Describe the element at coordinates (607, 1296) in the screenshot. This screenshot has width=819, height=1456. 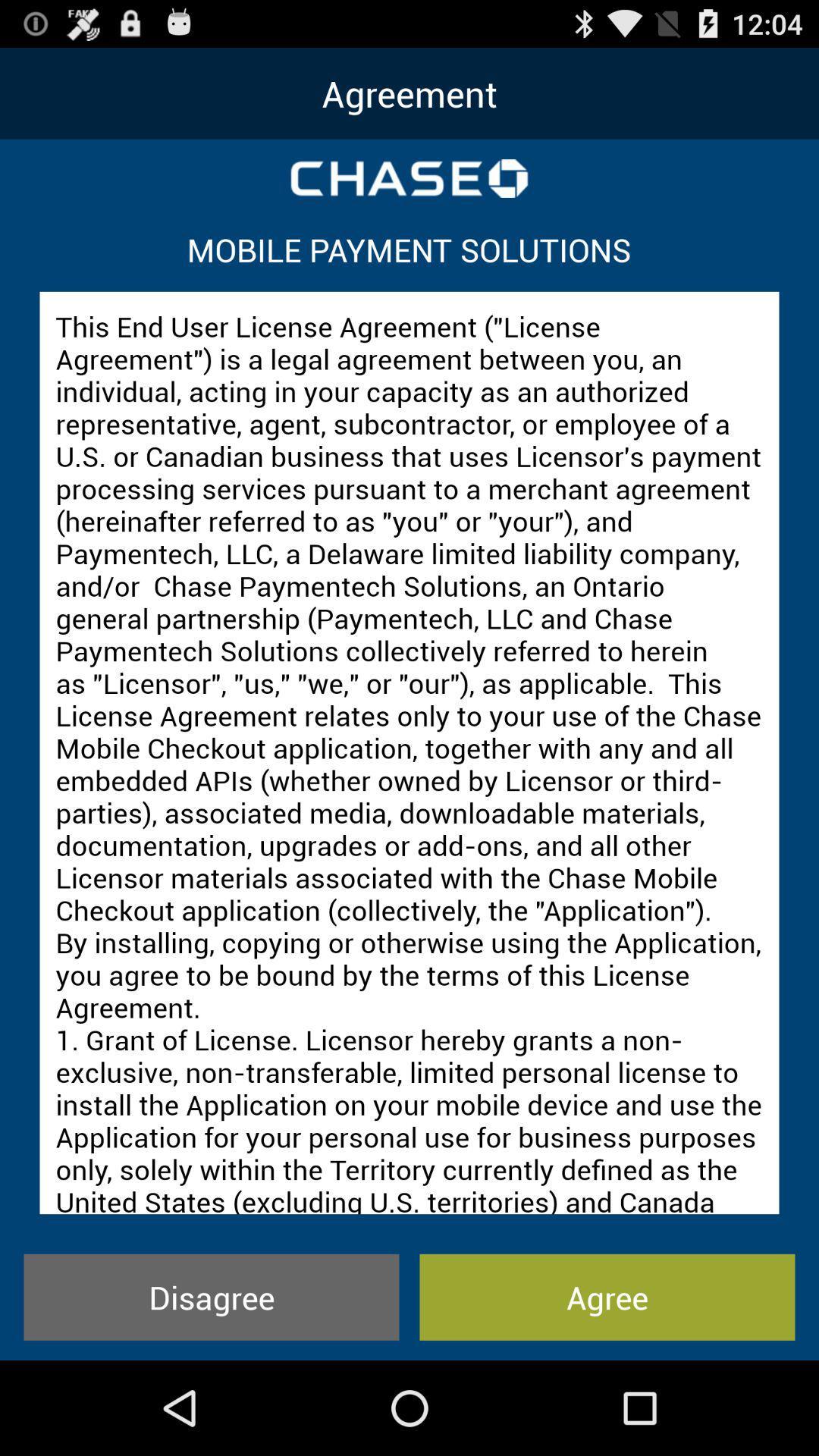
I see `icon below this end user icon` at that location.